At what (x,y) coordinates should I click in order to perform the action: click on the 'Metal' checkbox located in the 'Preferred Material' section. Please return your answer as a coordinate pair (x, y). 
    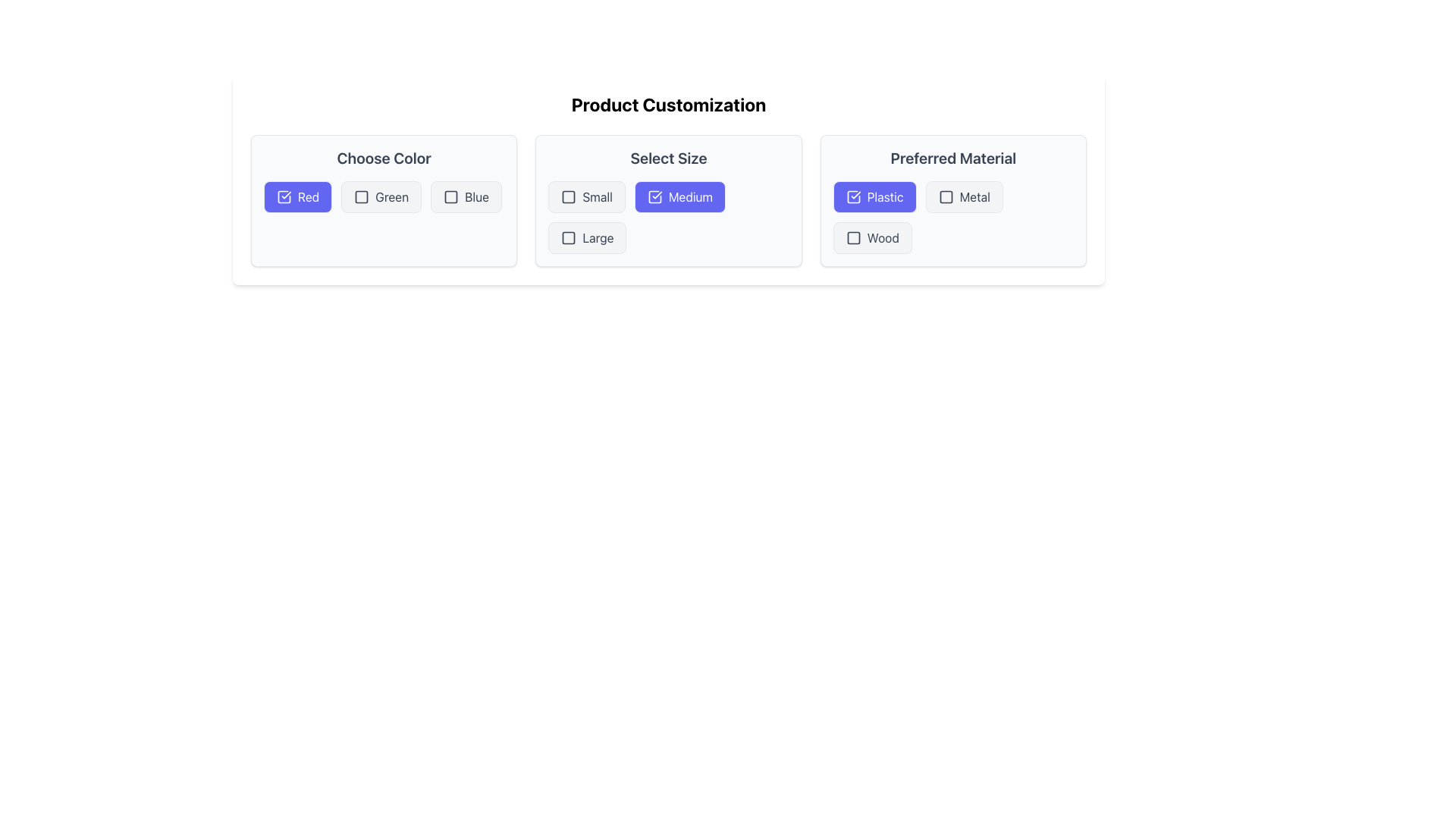
    Looking at the image, I should click on (963, 196).